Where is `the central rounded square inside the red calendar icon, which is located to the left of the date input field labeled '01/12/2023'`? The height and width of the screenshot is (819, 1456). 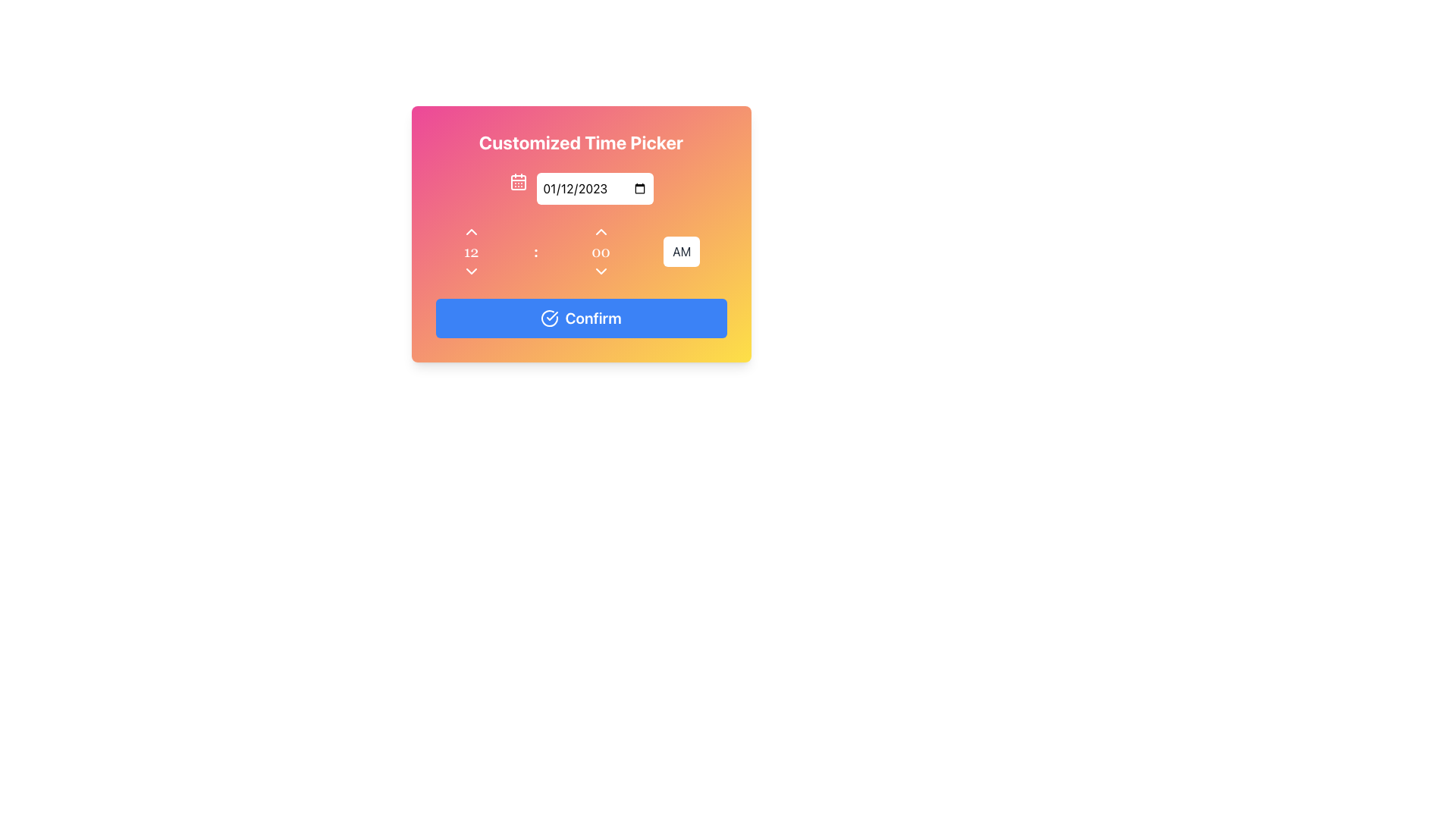 the central rounded square inside the red calendar icon, which is located to the left of the date input field labeled '01/12/2023' is located at coordinates (518, 181).